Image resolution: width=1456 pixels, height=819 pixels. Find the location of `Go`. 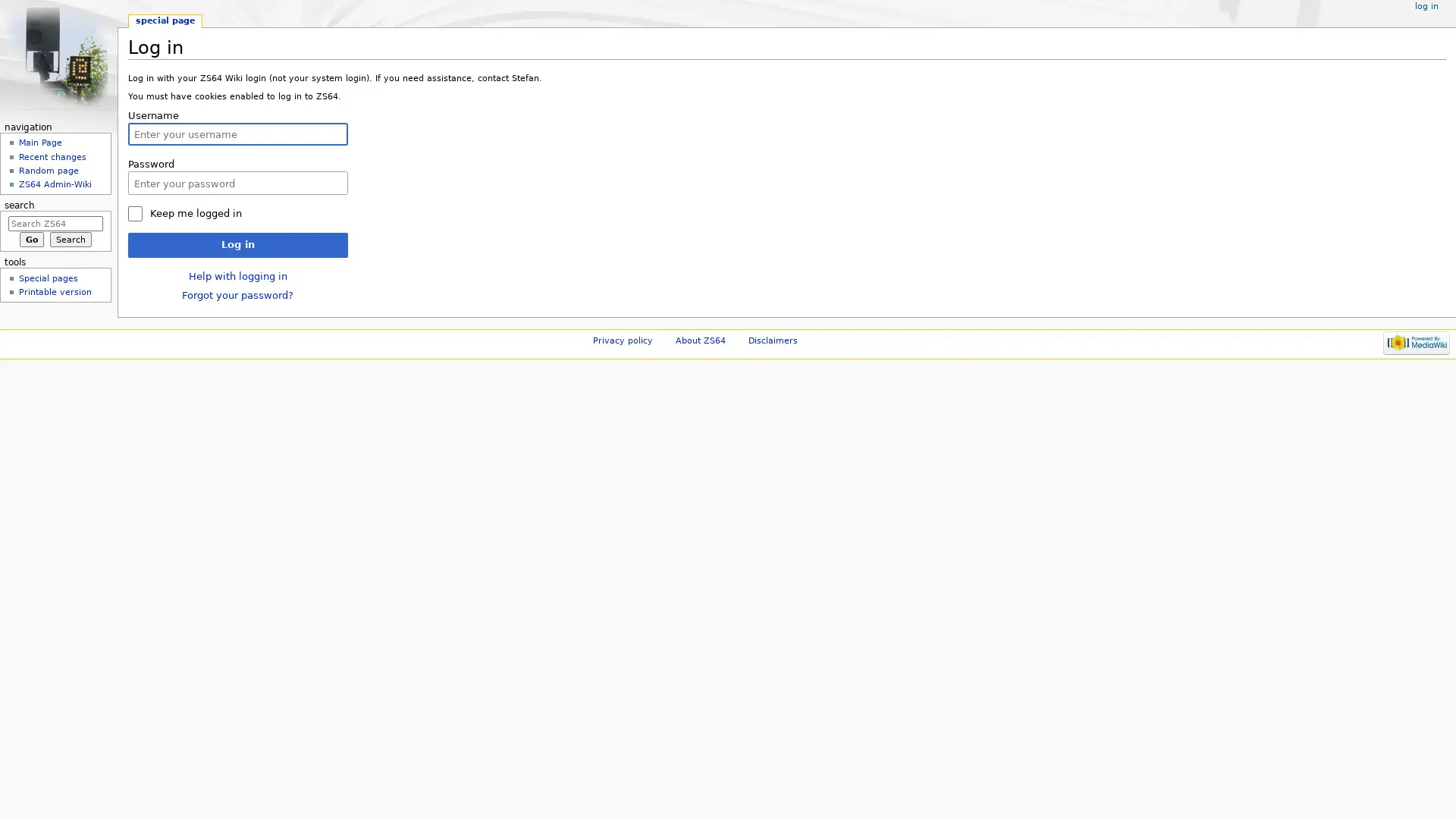

Go is located at coordinates (31, 239).